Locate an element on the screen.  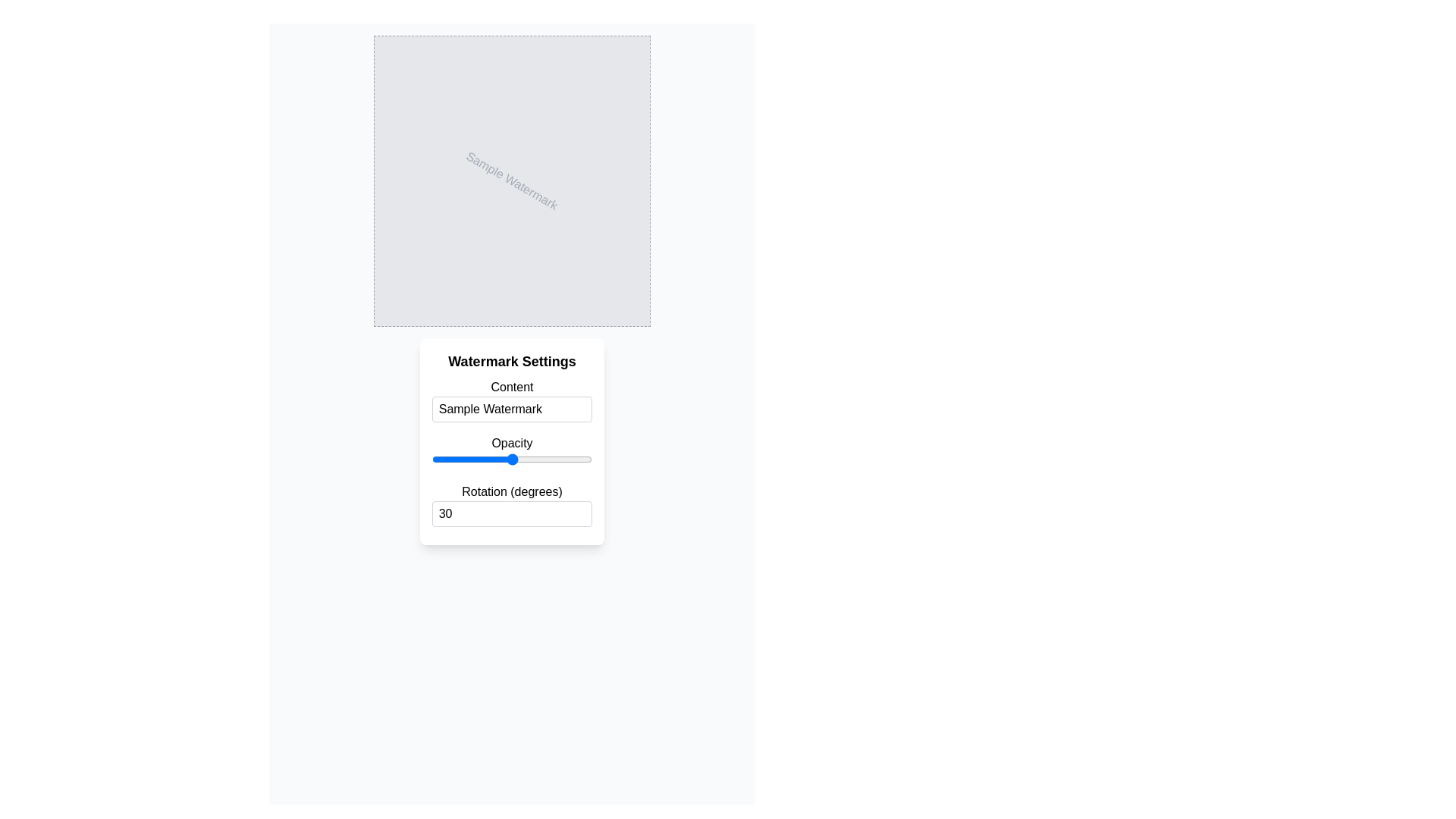
the text within the Text Input Field located directly below the 'Content' label in the 'Watermark Settings' section is located at coordinates (512, 409).